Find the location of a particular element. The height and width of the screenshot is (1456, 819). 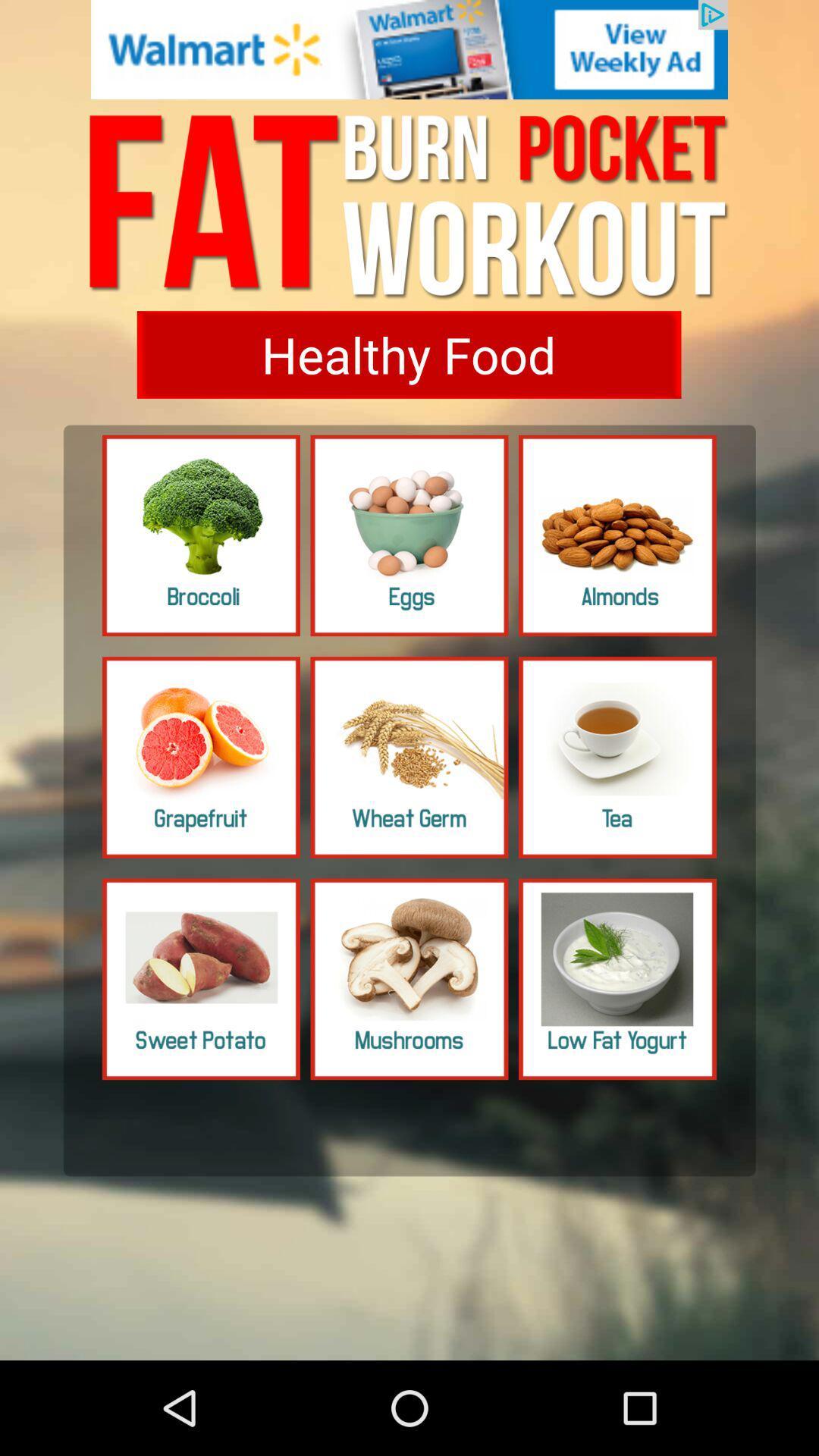

almonds is located at coordinates (617, 535).